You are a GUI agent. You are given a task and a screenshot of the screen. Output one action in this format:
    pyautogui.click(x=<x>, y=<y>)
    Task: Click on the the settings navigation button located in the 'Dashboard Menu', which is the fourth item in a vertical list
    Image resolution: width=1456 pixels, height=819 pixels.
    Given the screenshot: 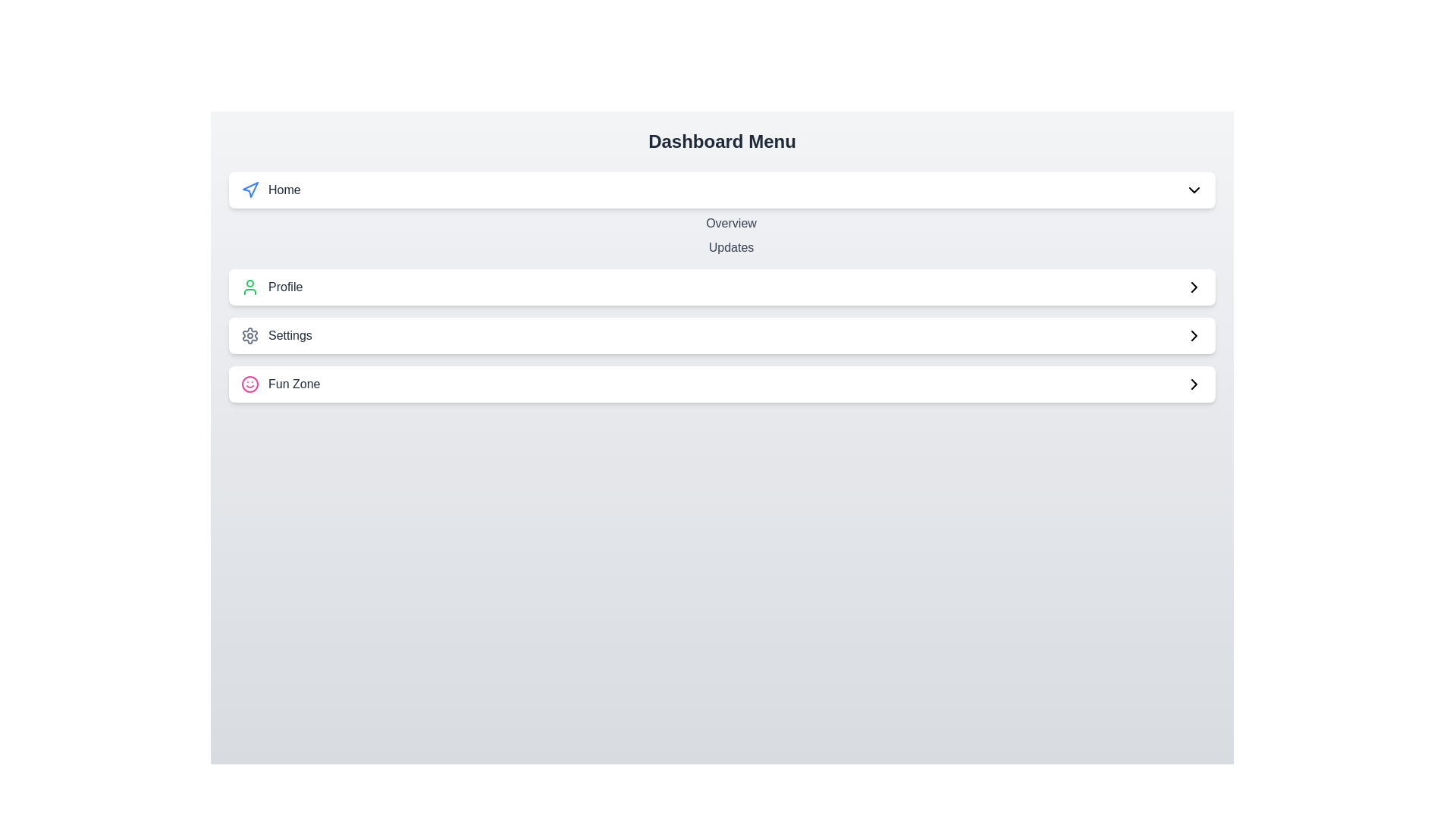 What is the action you would take?
    pyautogui.click(x=721, y=335)
    